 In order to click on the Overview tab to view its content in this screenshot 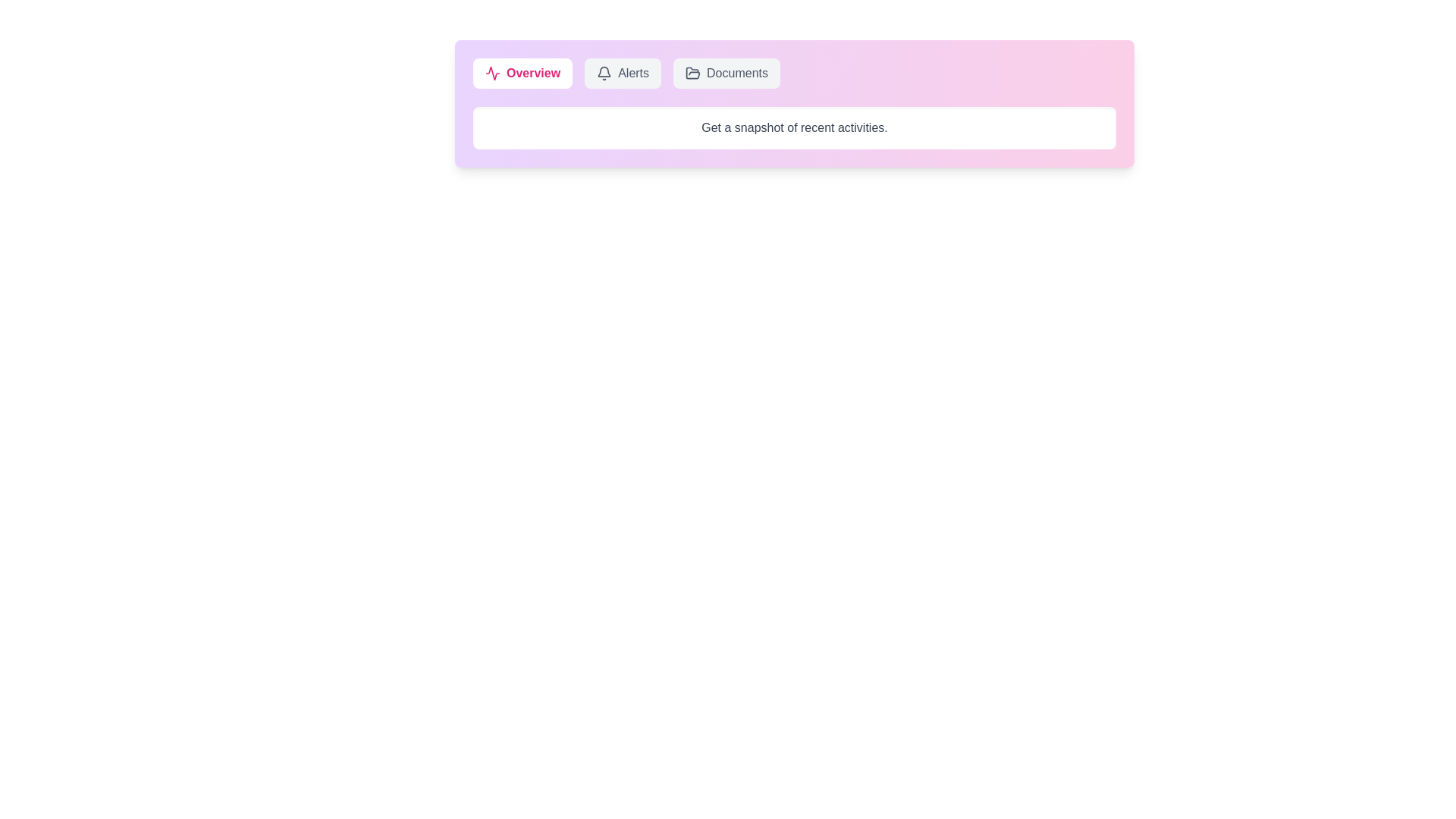, I will do `click(522, 73)`.